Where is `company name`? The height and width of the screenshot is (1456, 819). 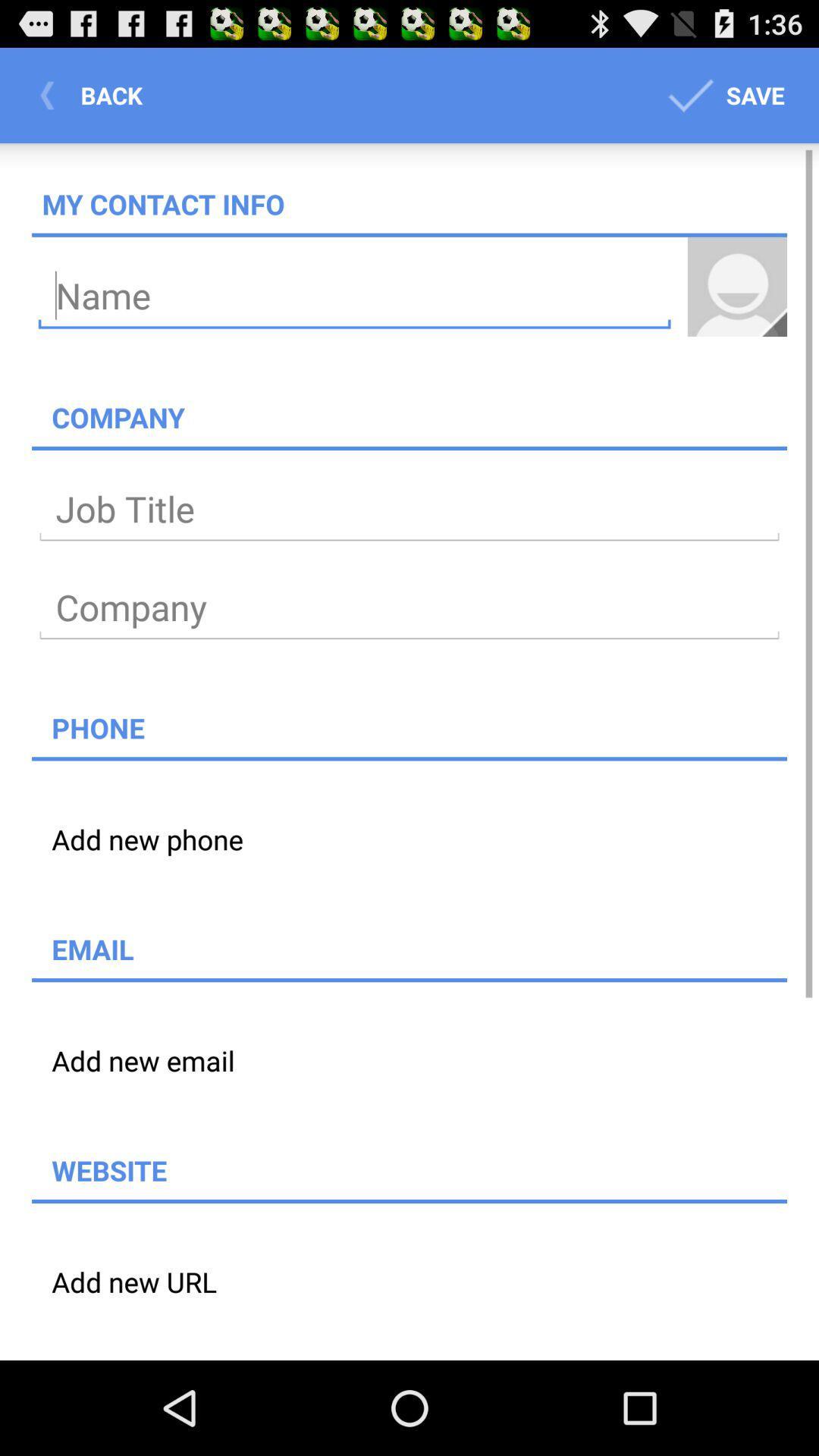
company name is located at coordinates (409, 607).